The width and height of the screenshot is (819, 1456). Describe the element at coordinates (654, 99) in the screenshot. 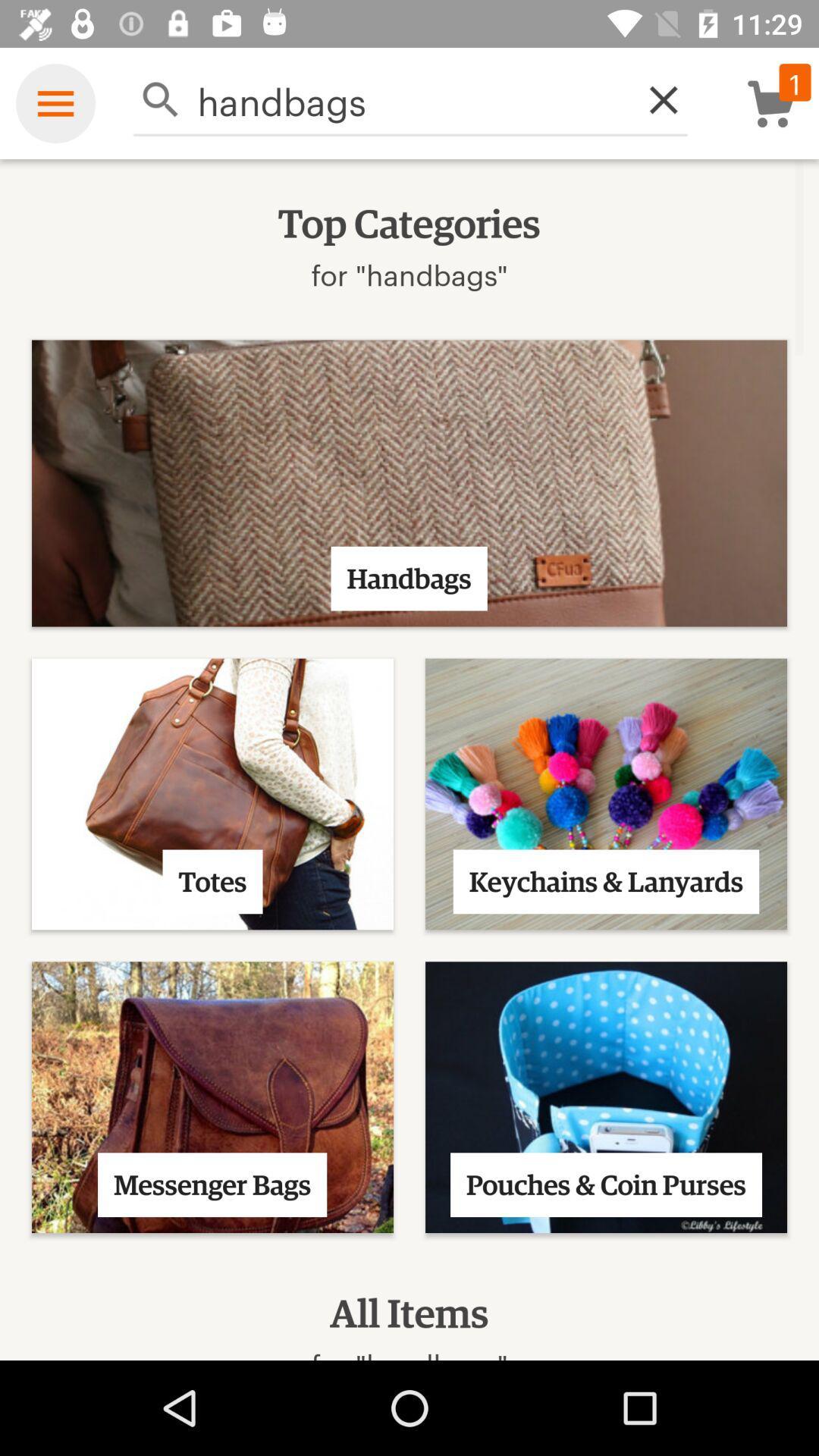

I see `the item to the right of the handbags` at that location.